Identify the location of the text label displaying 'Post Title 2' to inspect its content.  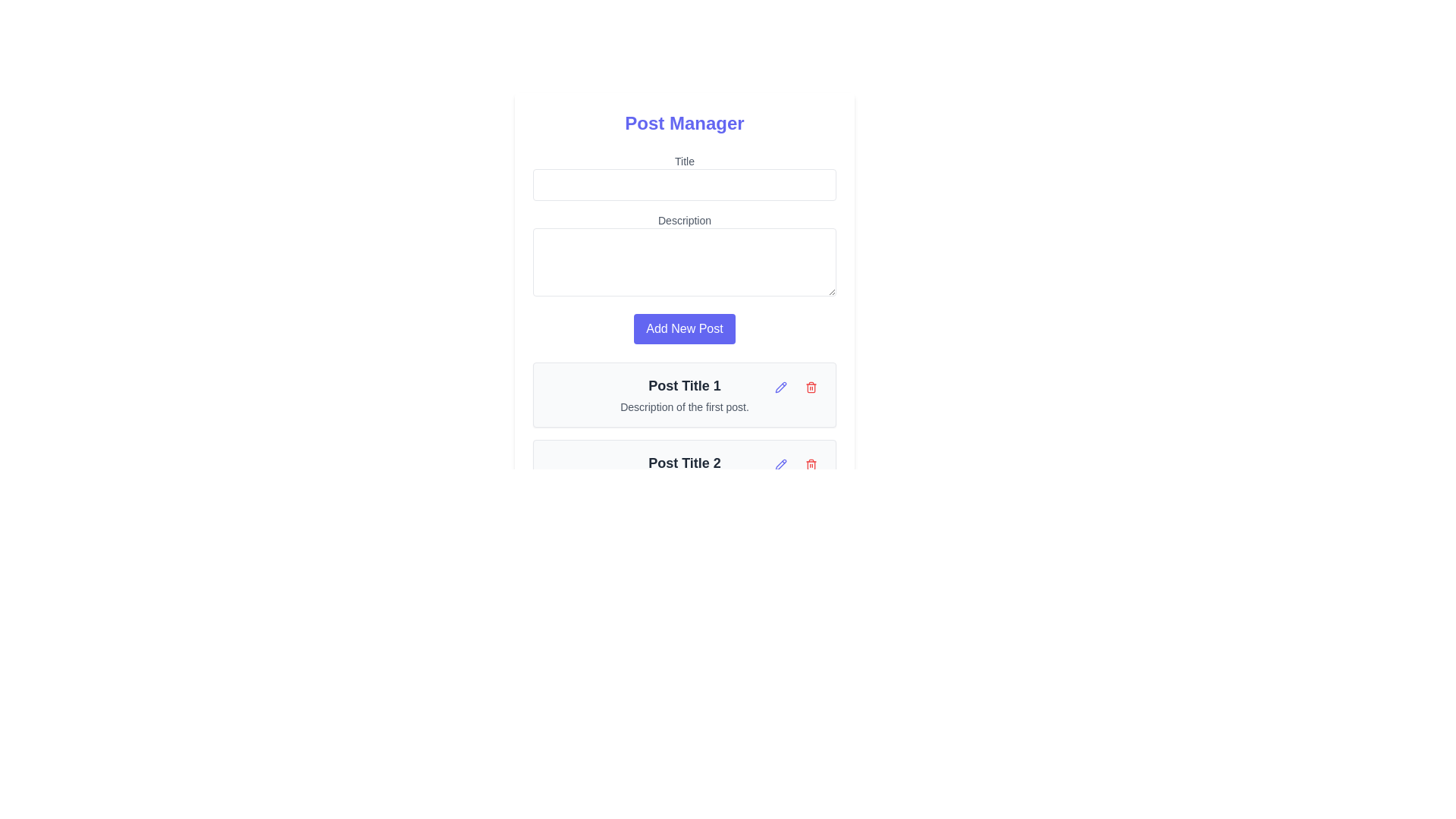
(683, 462).